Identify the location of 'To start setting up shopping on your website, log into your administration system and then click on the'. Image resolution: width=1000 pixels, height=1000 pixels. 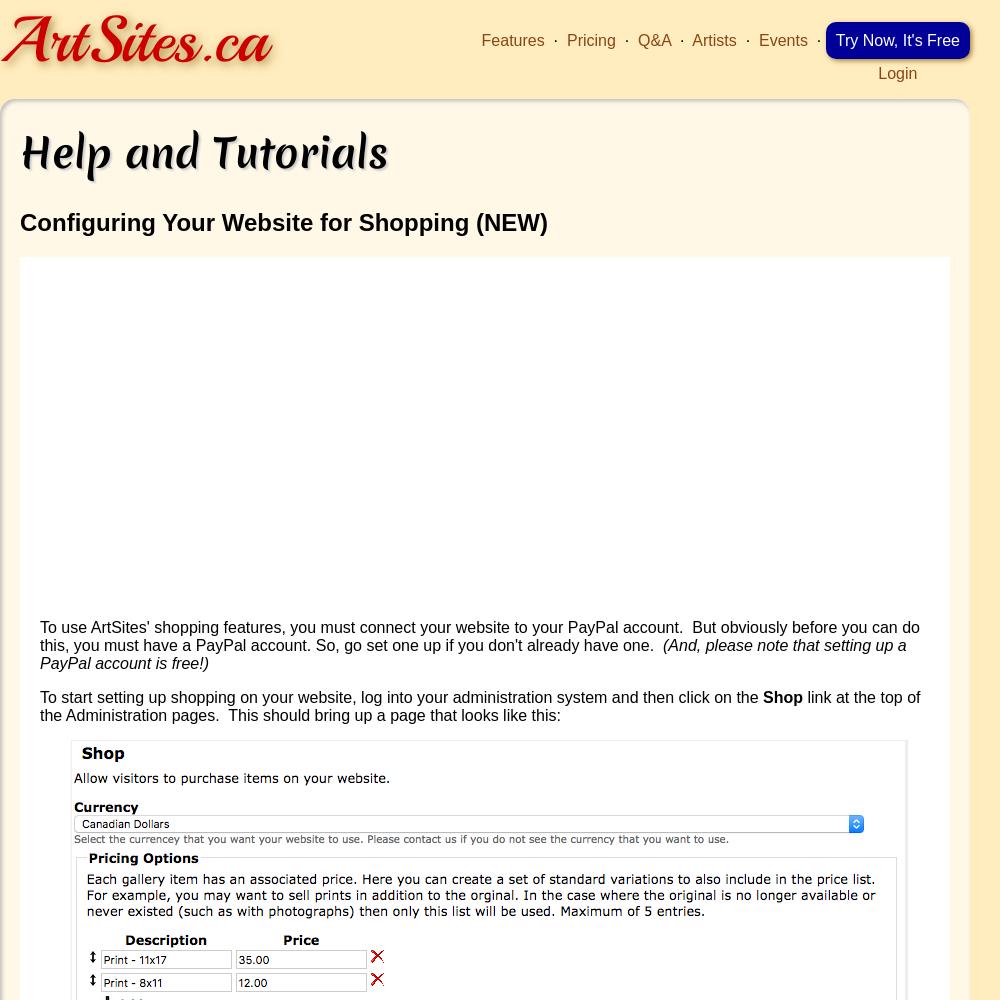
(401, 695).